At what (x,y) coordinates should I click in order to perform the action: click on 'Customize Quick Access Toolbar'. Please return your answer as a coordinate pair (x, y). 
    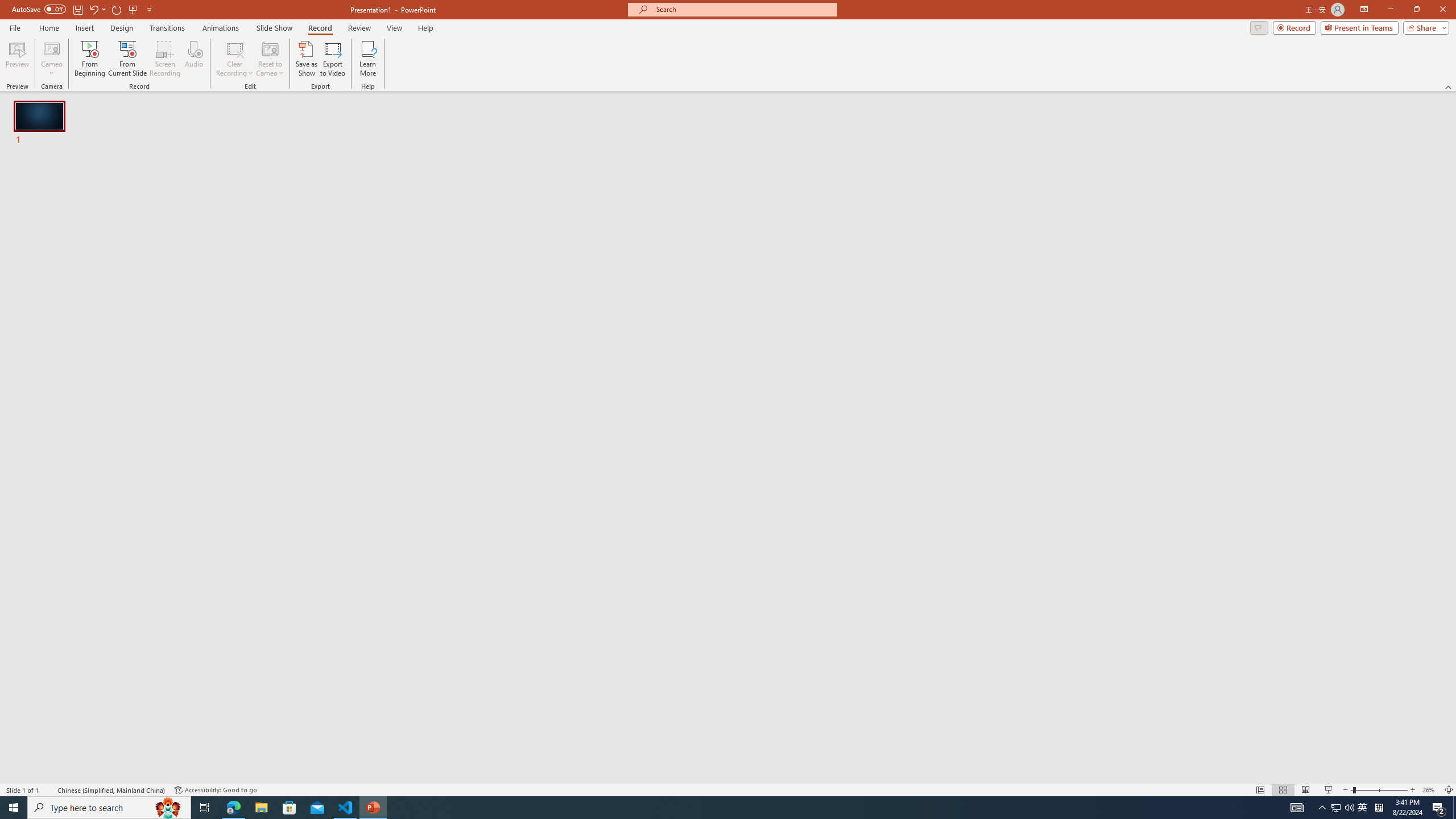
    Looking at the image, I should click on (148, 9).